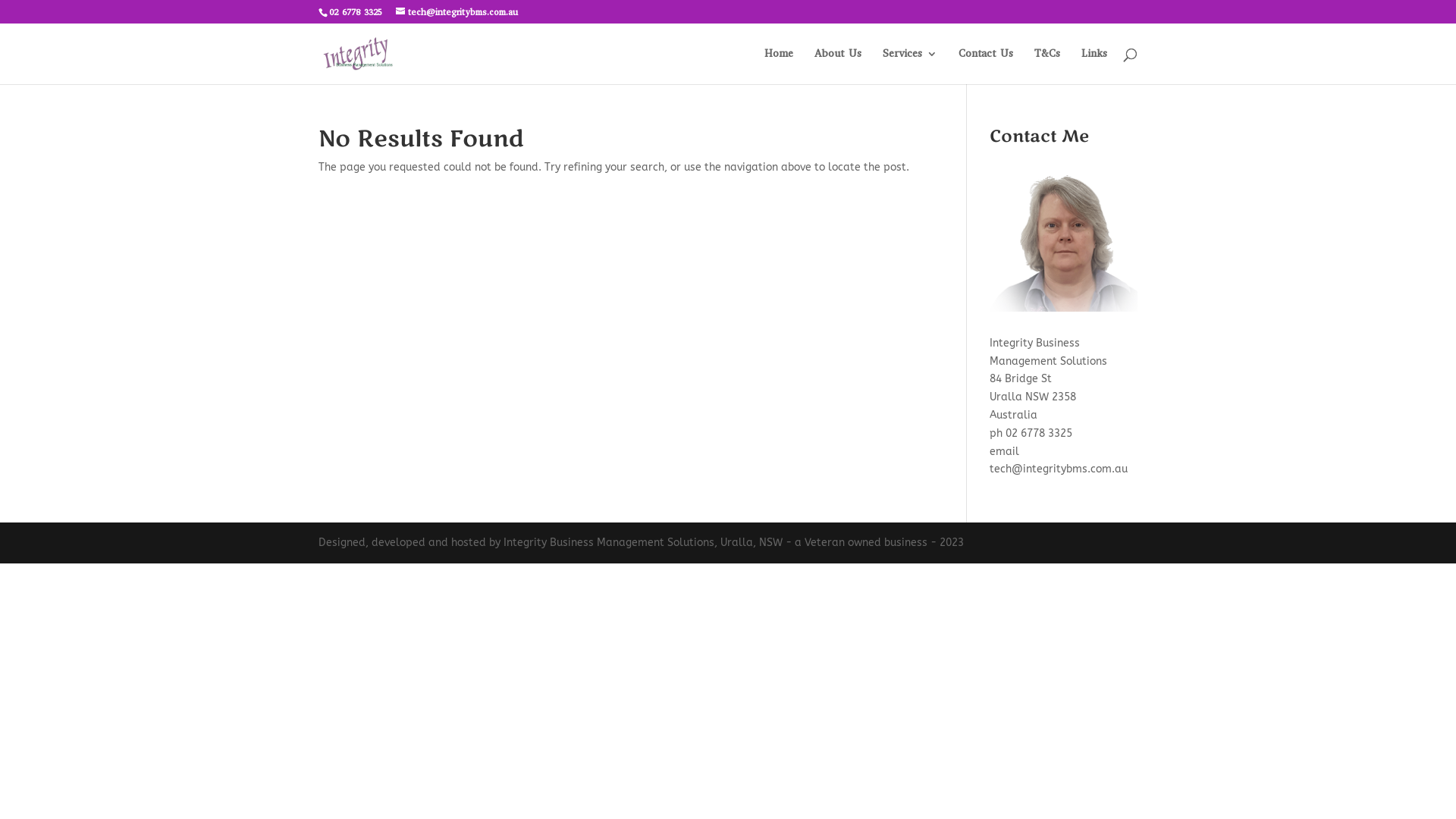 Image resolution: width=1456 pixels, height=819 pixels. I want to click on 'Services', so click(910, 65).